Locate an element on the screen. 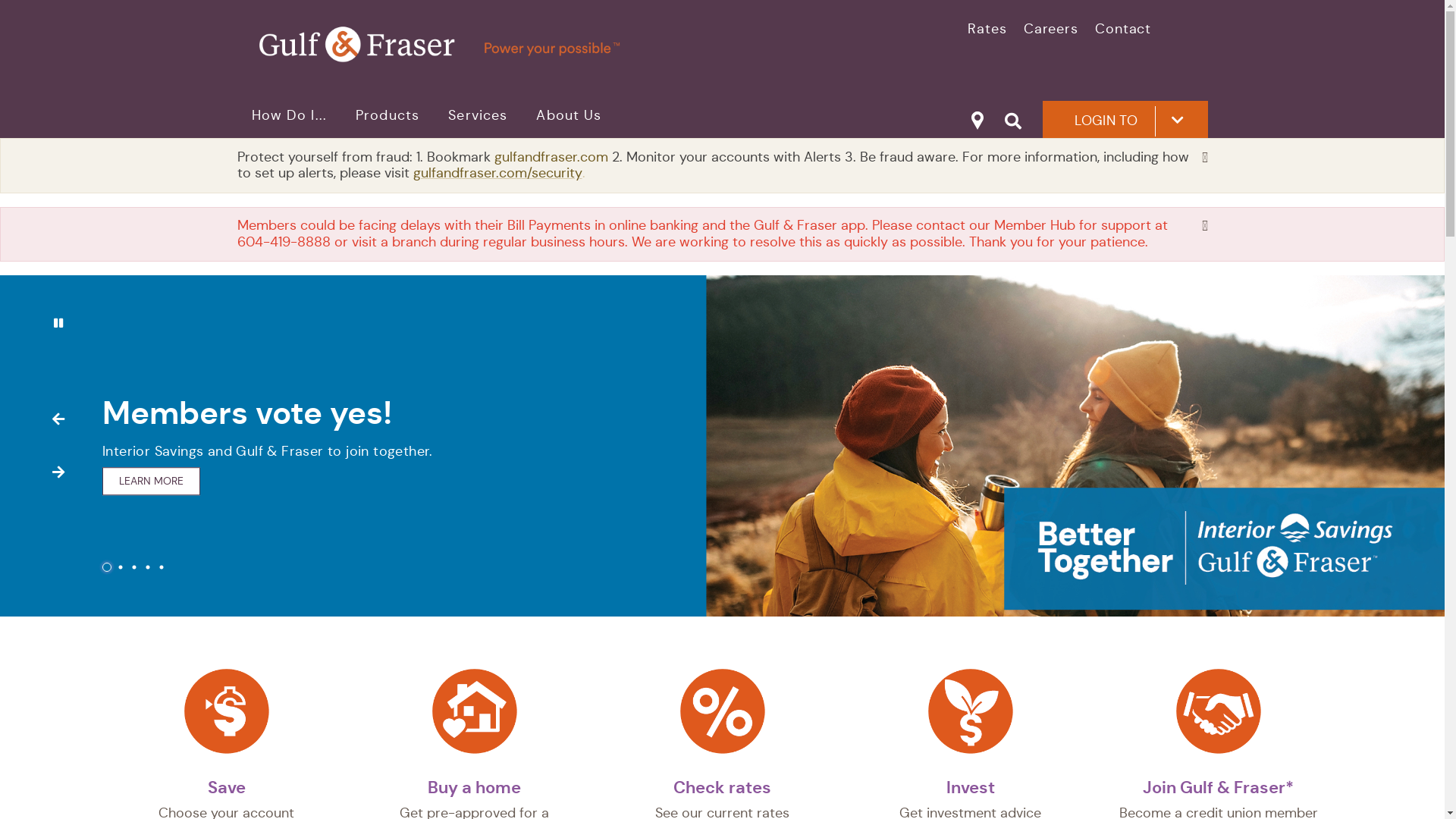 The width and height of the screenshot is (1456, 819). 'Invest' is located at coordinates (946, 786).